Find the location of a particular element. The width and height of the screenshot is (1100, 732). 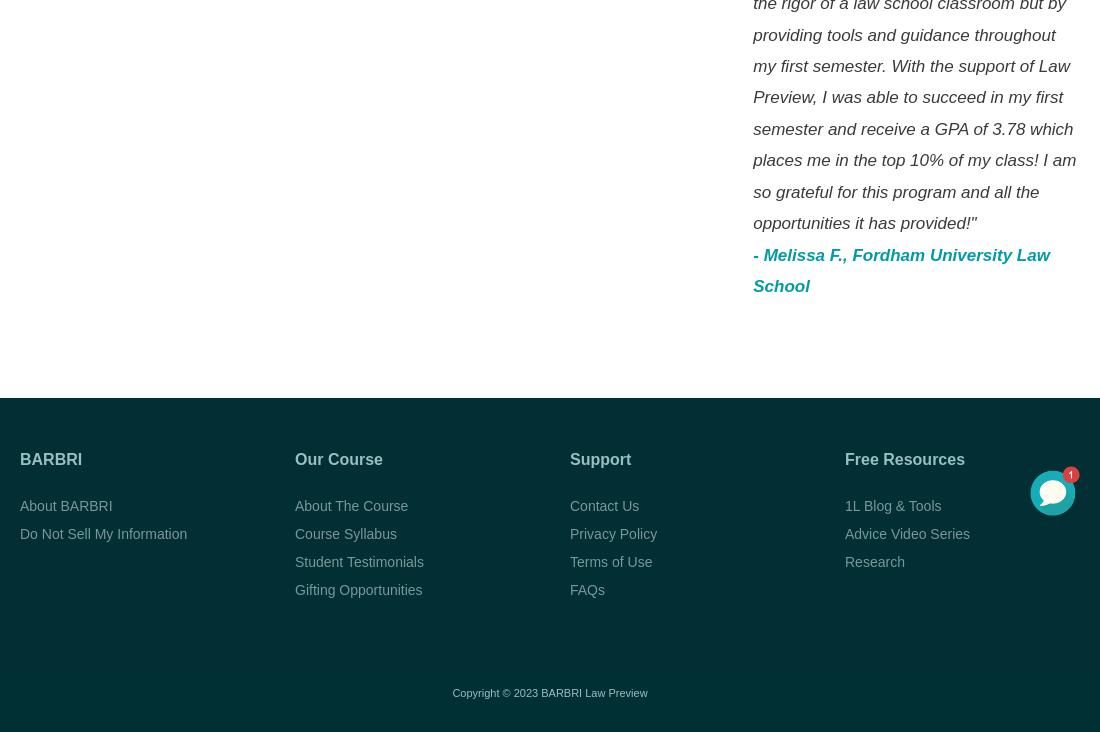

'FAQs' is located at coordinates (586, 587).